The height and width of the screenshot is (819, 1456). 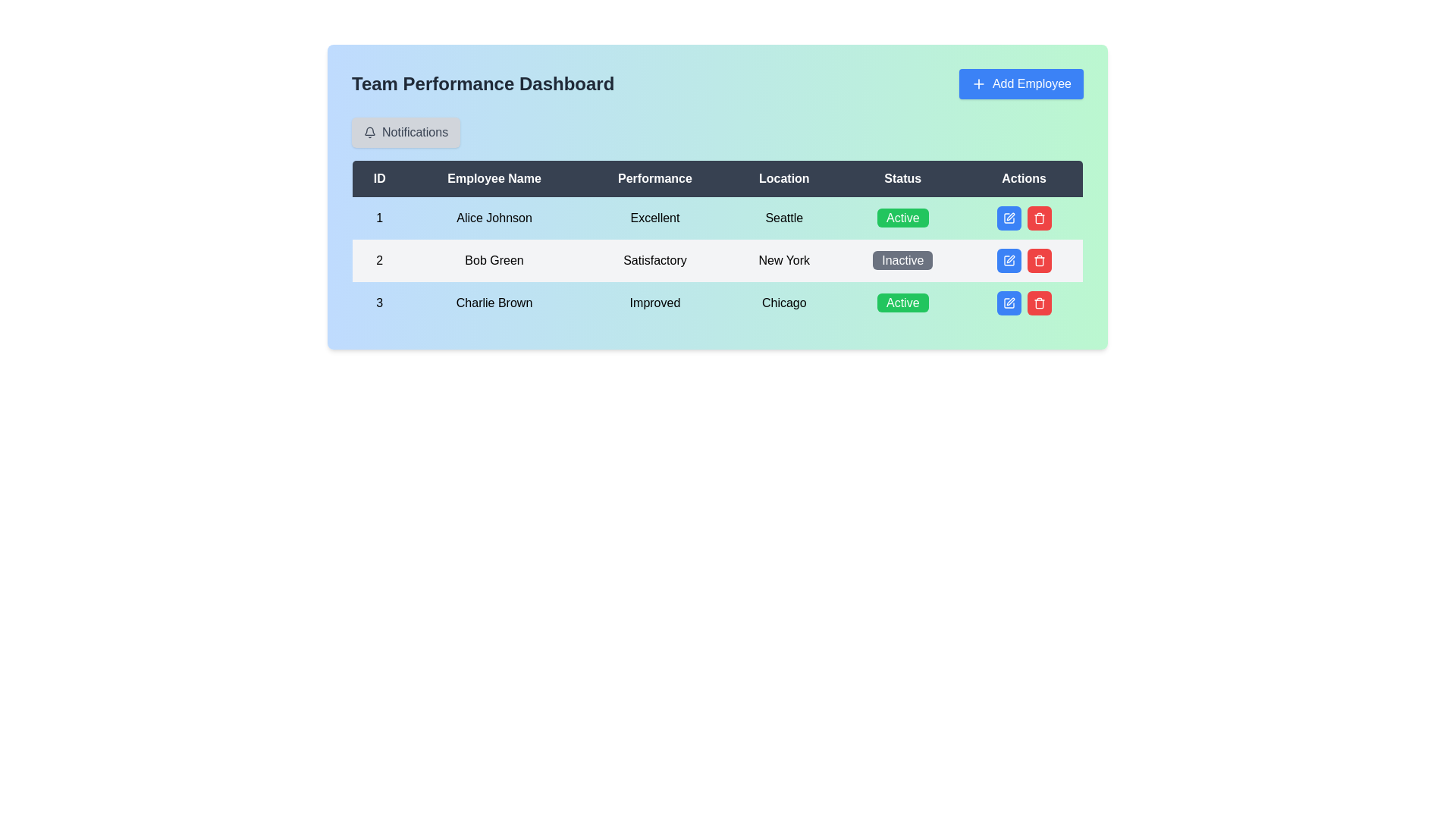 I want to click on the label for the third row in the employee data table, which serves as an identifier under the 'ID' column, so click(x=379, y=303).